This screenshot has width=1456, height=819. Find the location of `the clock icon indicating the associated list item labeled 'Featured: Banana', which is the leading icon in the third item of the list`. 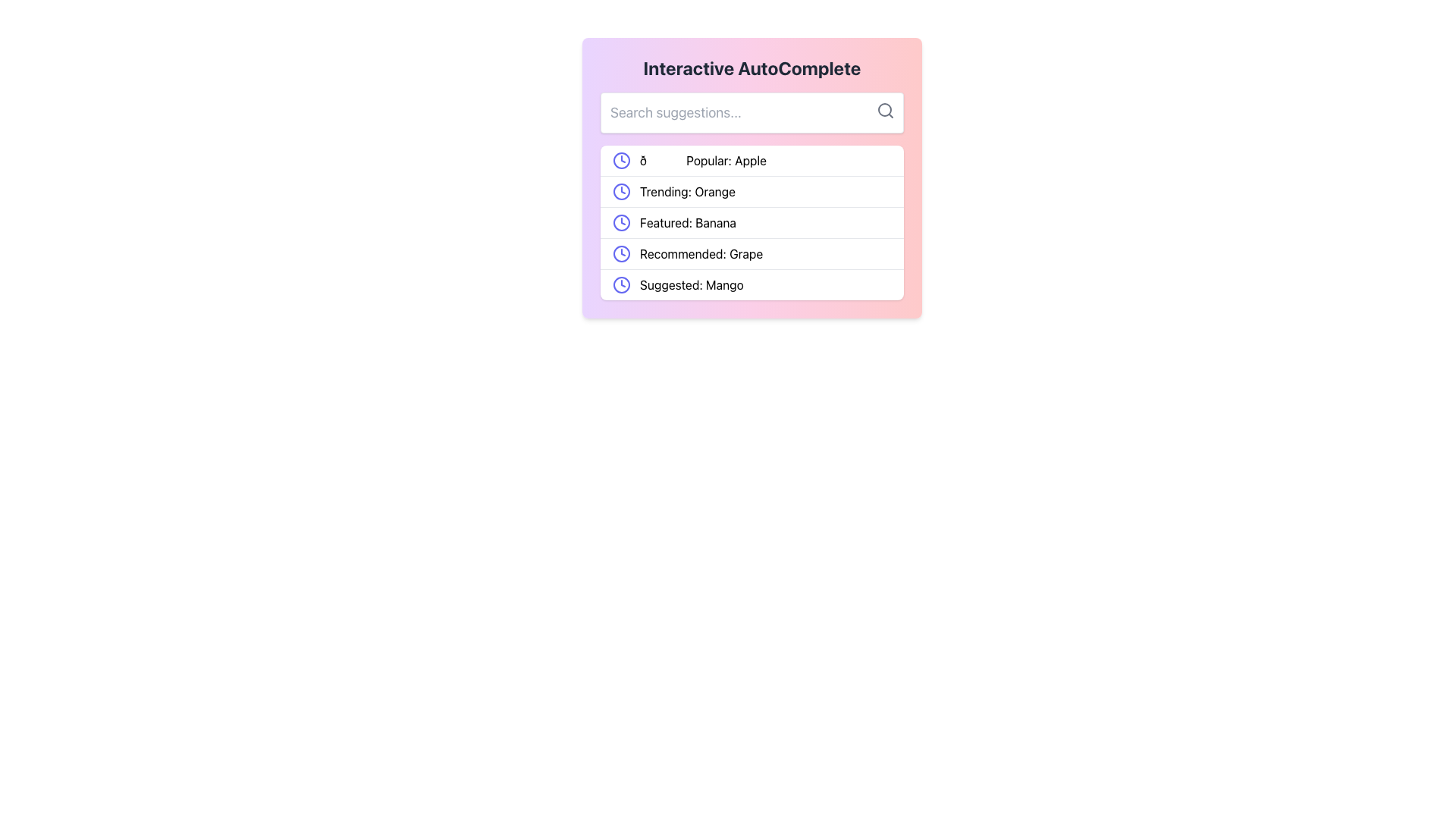

the clock icon indicating the associated list item labeled 'Featured: Banana', which is the leading icon in the third item of the list is located at coordinates (622, 222).